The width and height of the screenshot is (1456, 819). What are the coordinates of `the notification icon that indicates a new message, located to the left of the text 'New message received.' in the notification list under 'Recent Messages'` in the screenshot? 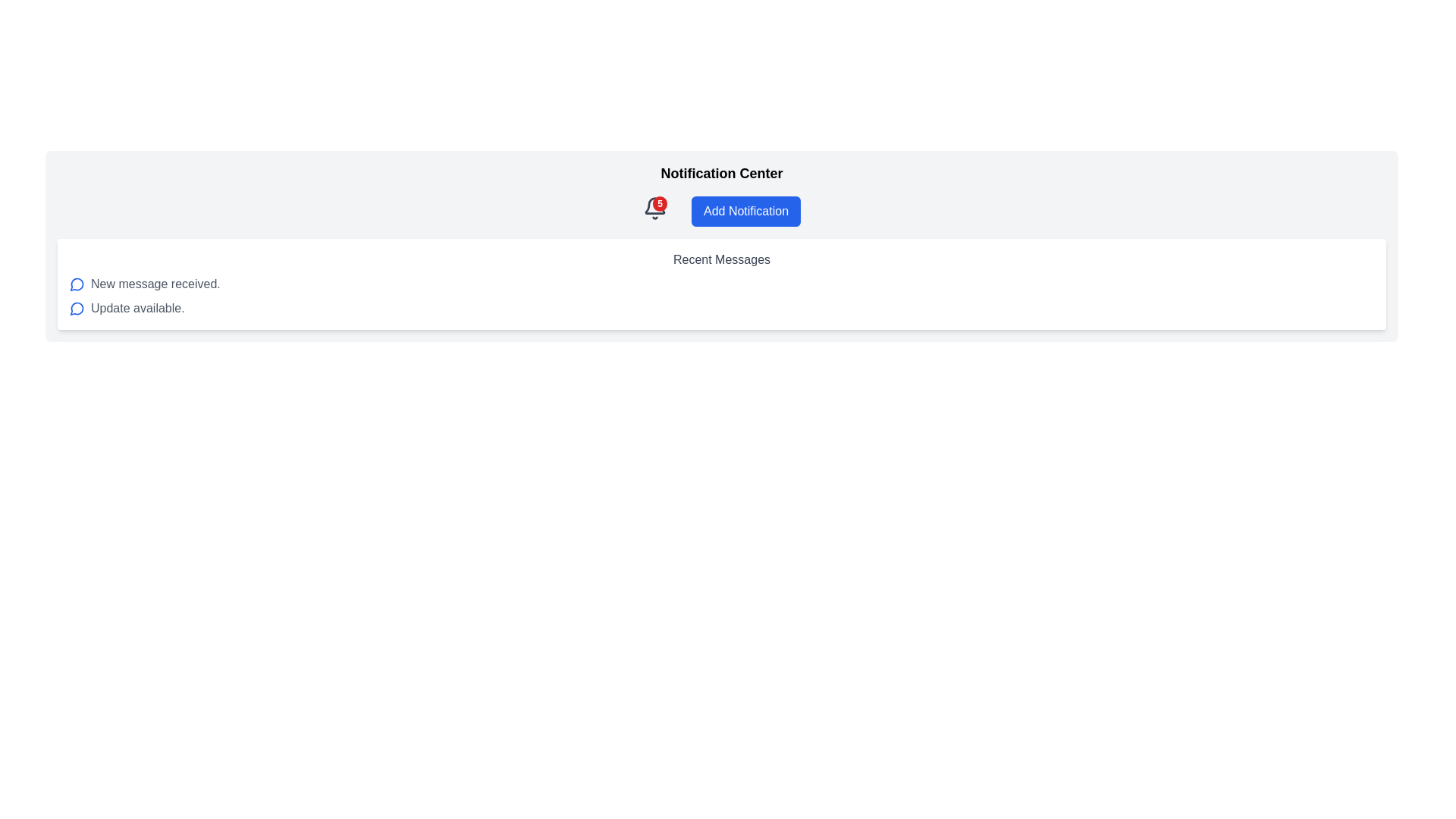 It's located at (76, 284).